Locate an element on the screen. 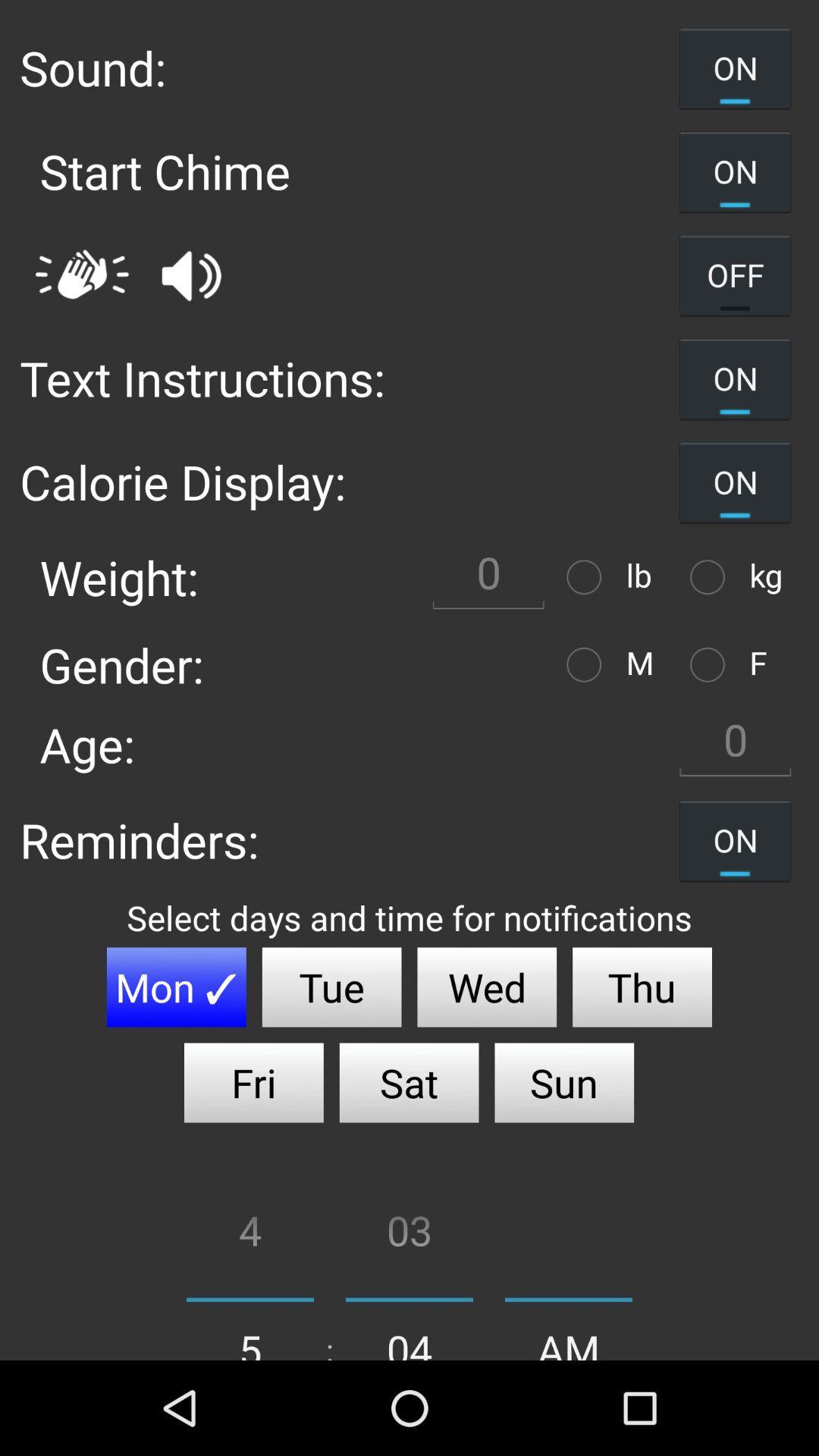 Image resolution: width=819 pixels, height=1456 pixels. check options male is located at coordinates (587, 664).